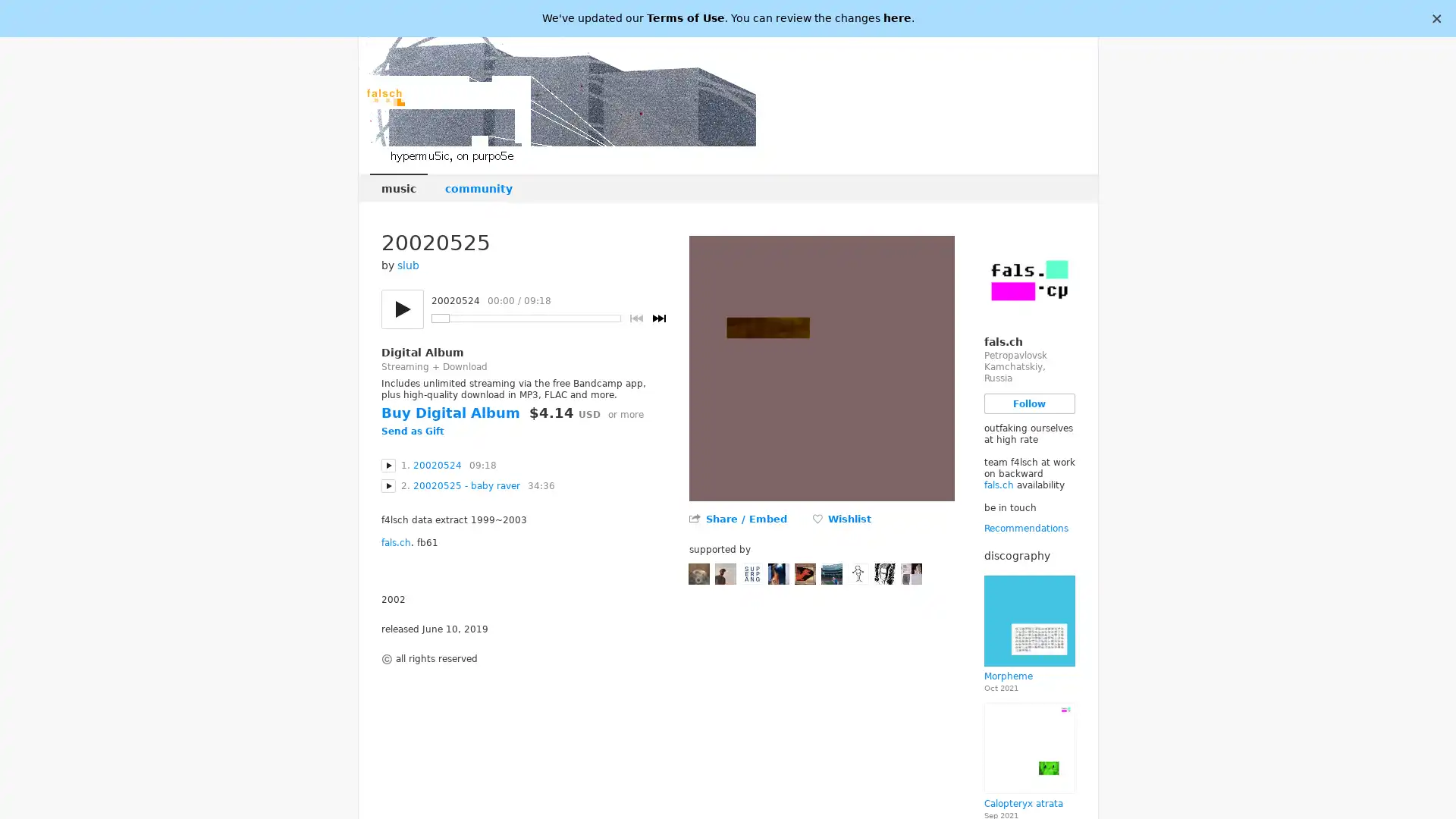  What do you see at coordinates (412, 432) in the screenshot?
I see `Send as Gift` at bounding box center [412, 432].